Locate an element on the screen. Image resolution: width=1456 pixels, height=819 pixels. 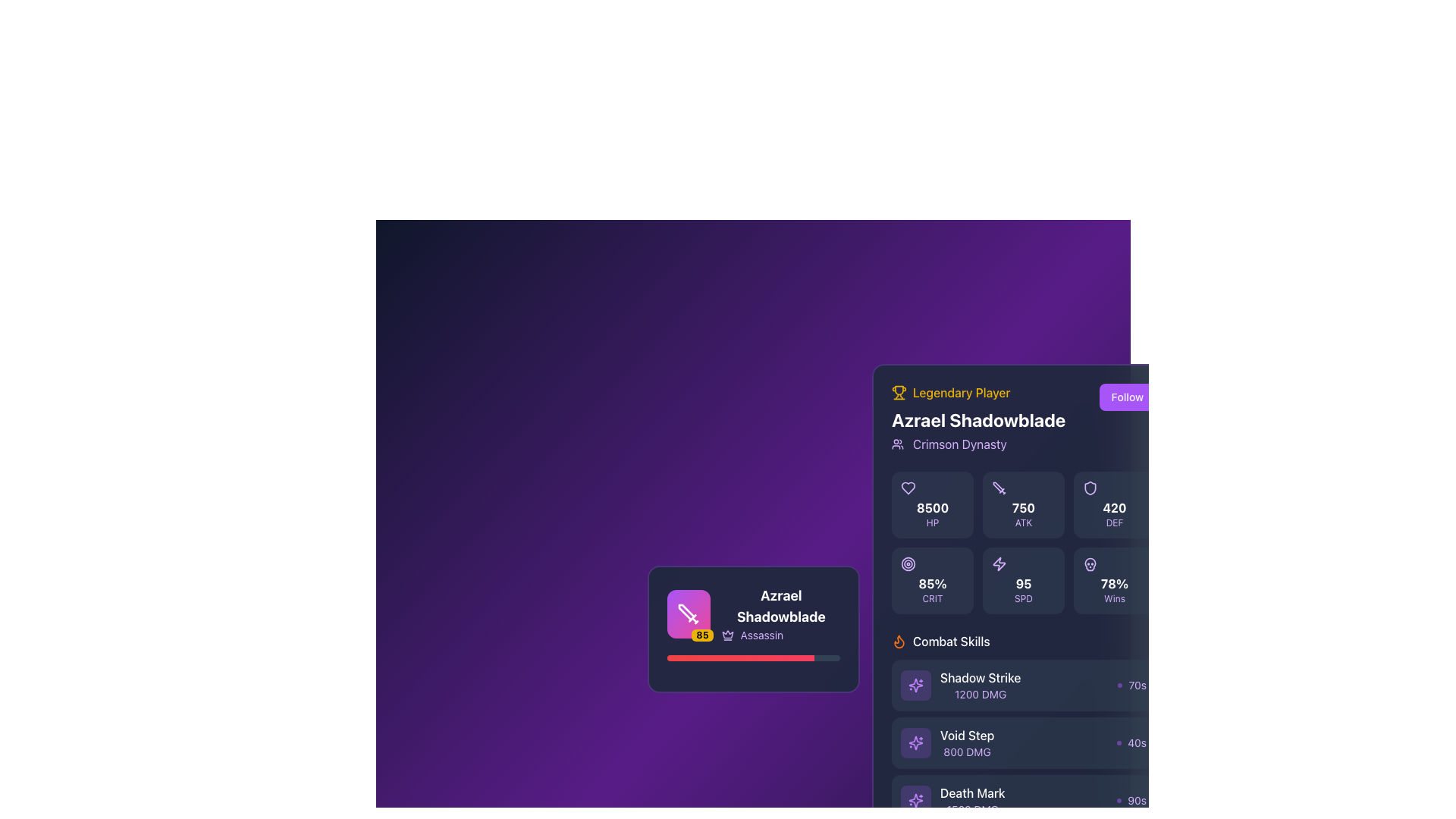
the visual representation of the square-shaped icon with rounded edges and a purple background, located in the 'Combat Skills' section near the 'Shadow Strike' label is located at coordinates (915, 685).